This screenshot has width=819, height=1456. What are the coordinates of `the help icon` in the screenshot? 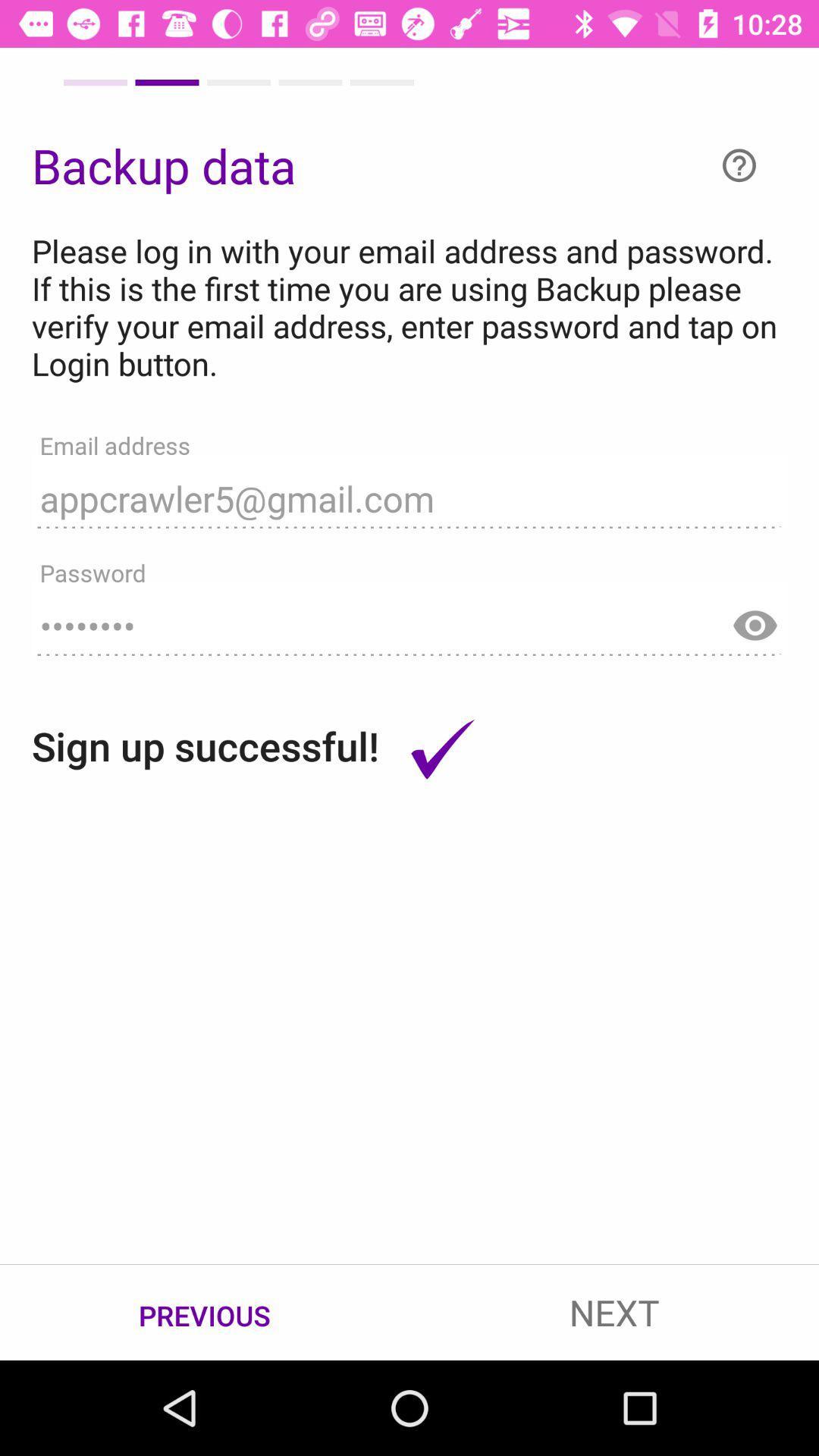 It's located at (739, 165).